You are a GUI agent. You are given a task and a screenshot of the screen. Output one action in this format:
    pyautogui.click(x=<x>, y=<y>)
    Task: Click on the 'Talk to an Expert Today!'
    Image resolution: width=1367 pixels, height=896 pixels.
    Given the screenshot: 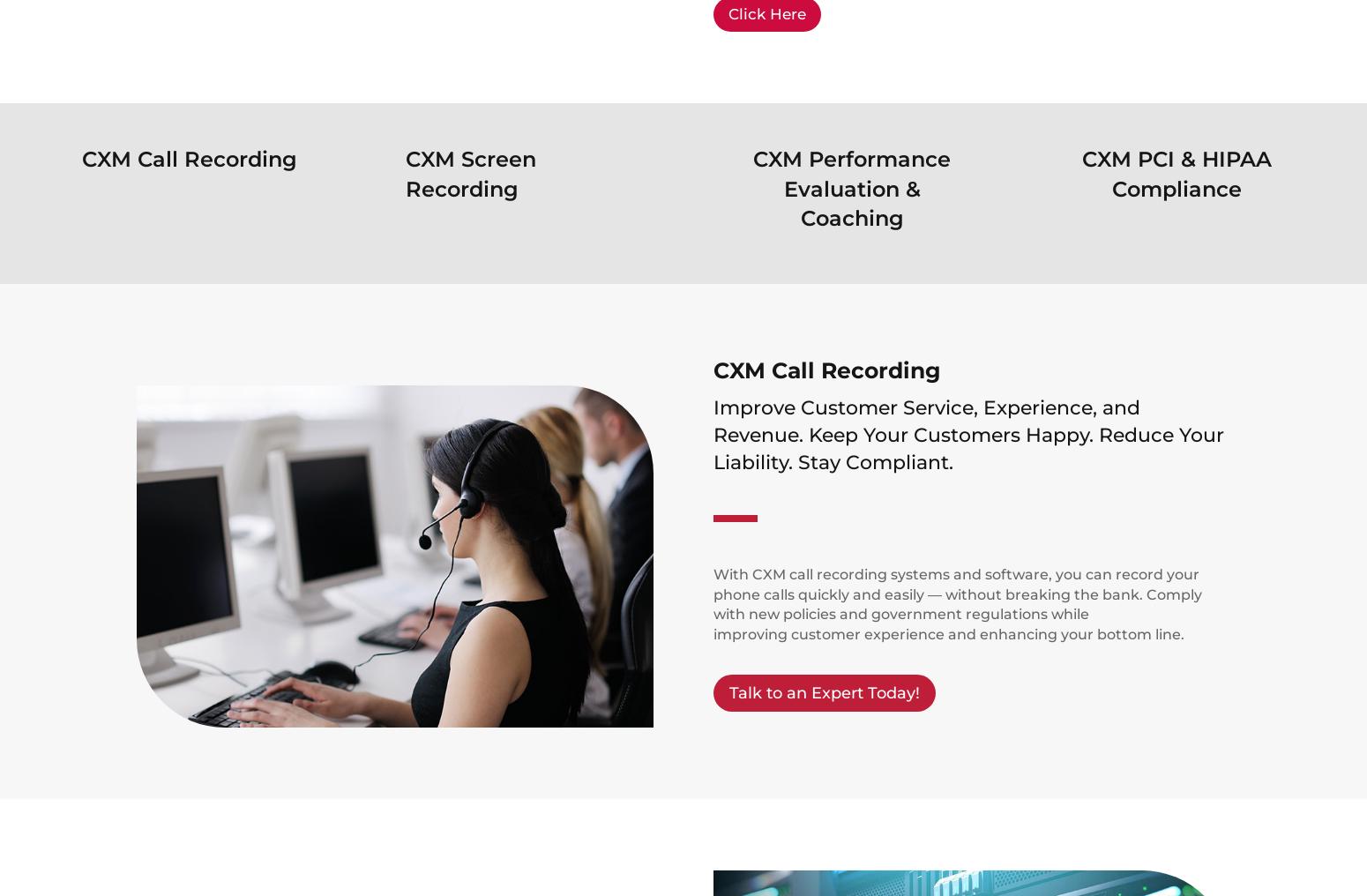 What is the action you would take?
    pyautogui.click(x=823, y=691)
    